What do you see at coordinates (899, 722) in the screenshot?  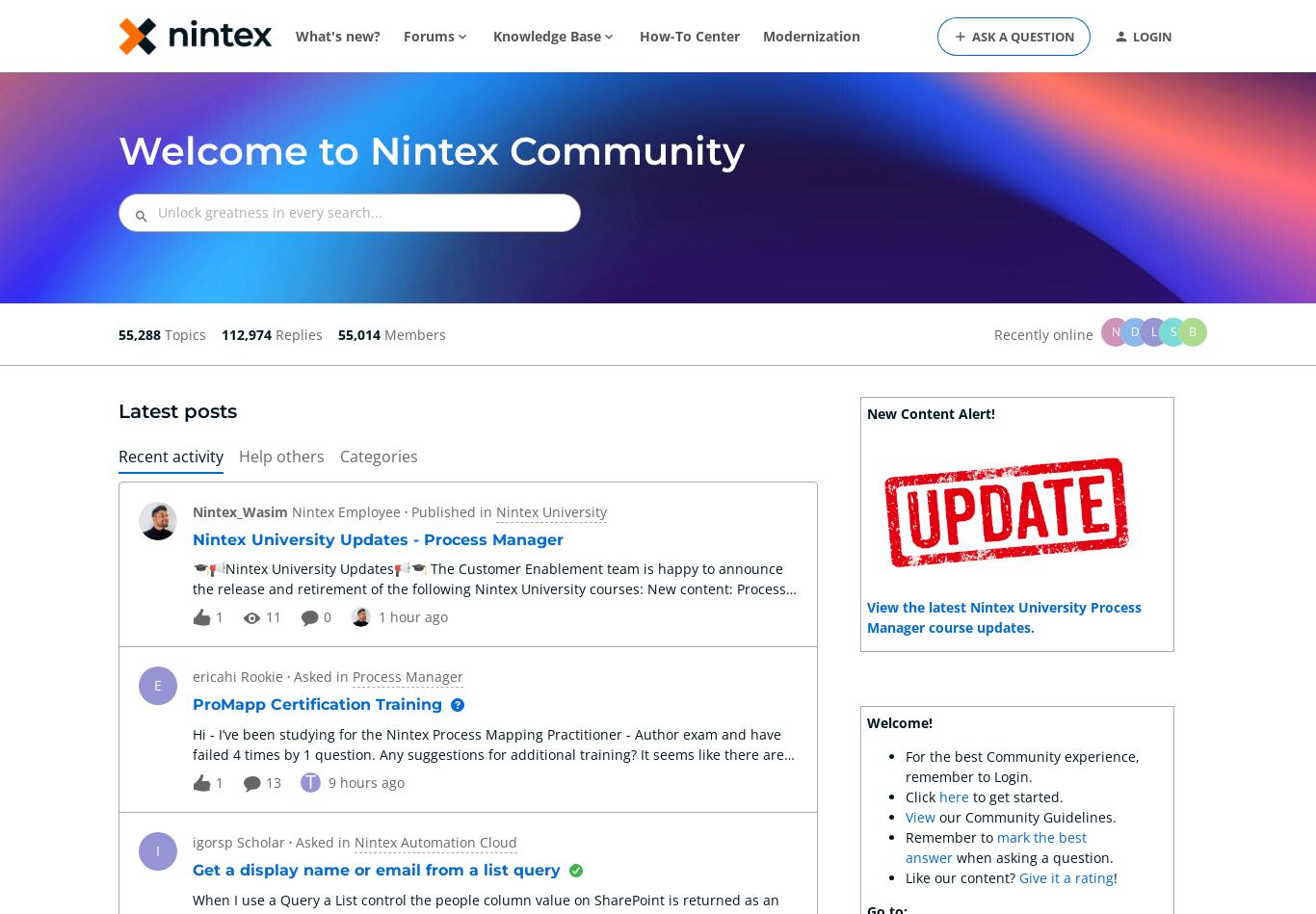 I see `'Welcome!'` at bounding box center [899, 722].